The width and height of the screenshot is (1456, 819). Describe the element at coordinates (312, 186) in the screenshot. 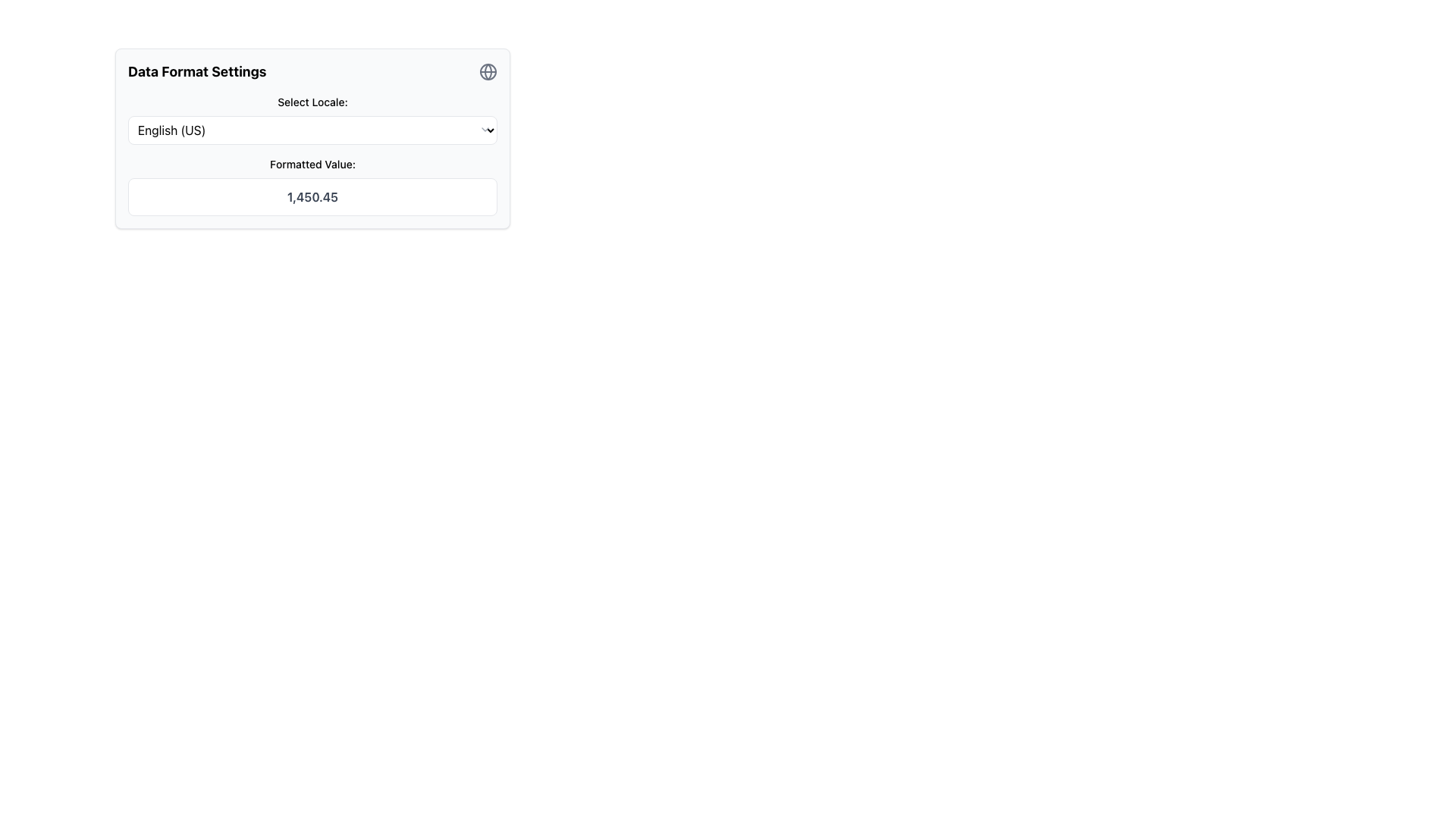

I see `displayed value from the Value Display Block which shows '1,450.45' under the label 'Formatted Value:' in the 'Data Format Settings' section` at that location.